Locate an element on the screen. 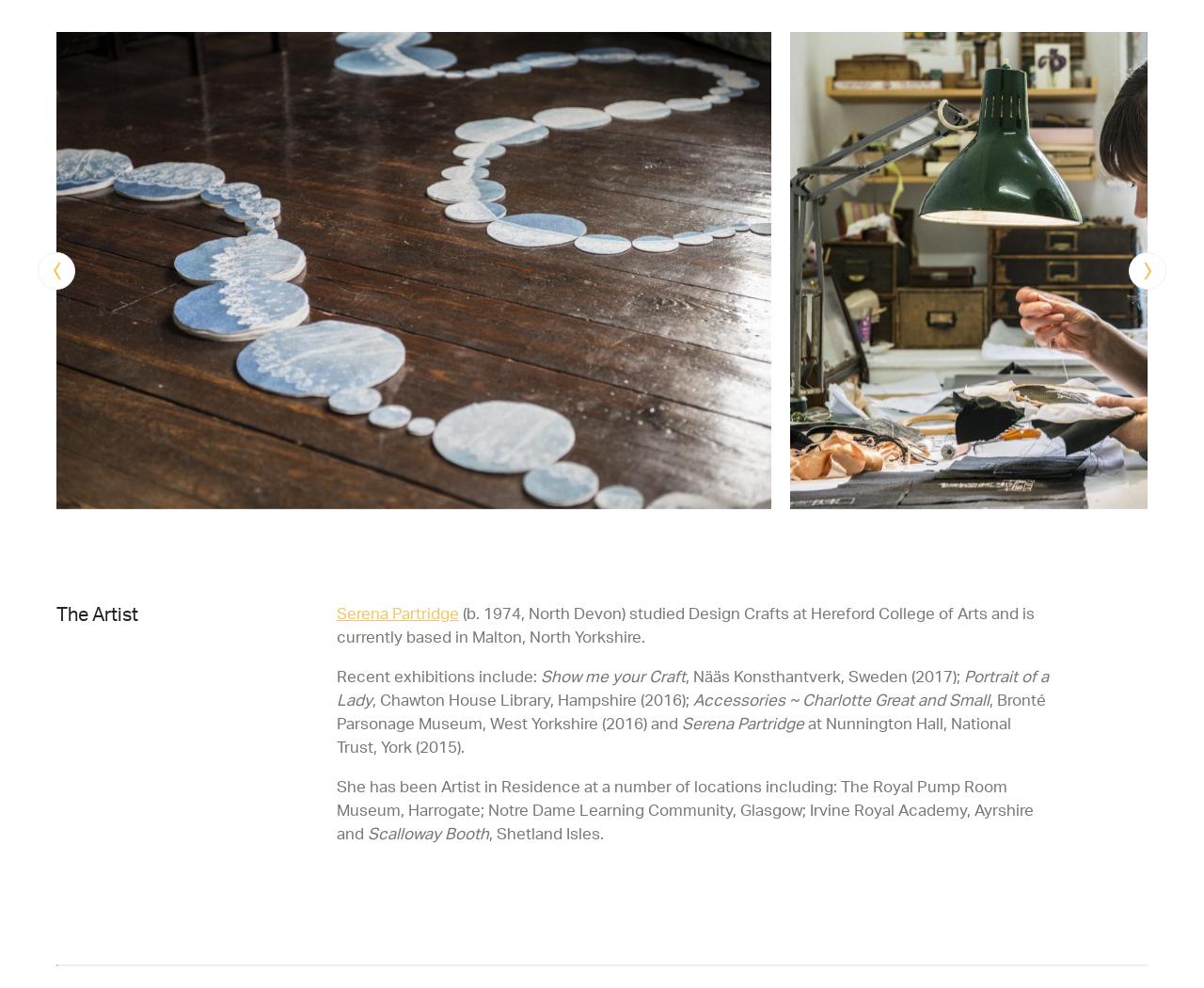 The image size is (1204, 988). 'Scalloway Booth' is located at coordinates (424, 831).